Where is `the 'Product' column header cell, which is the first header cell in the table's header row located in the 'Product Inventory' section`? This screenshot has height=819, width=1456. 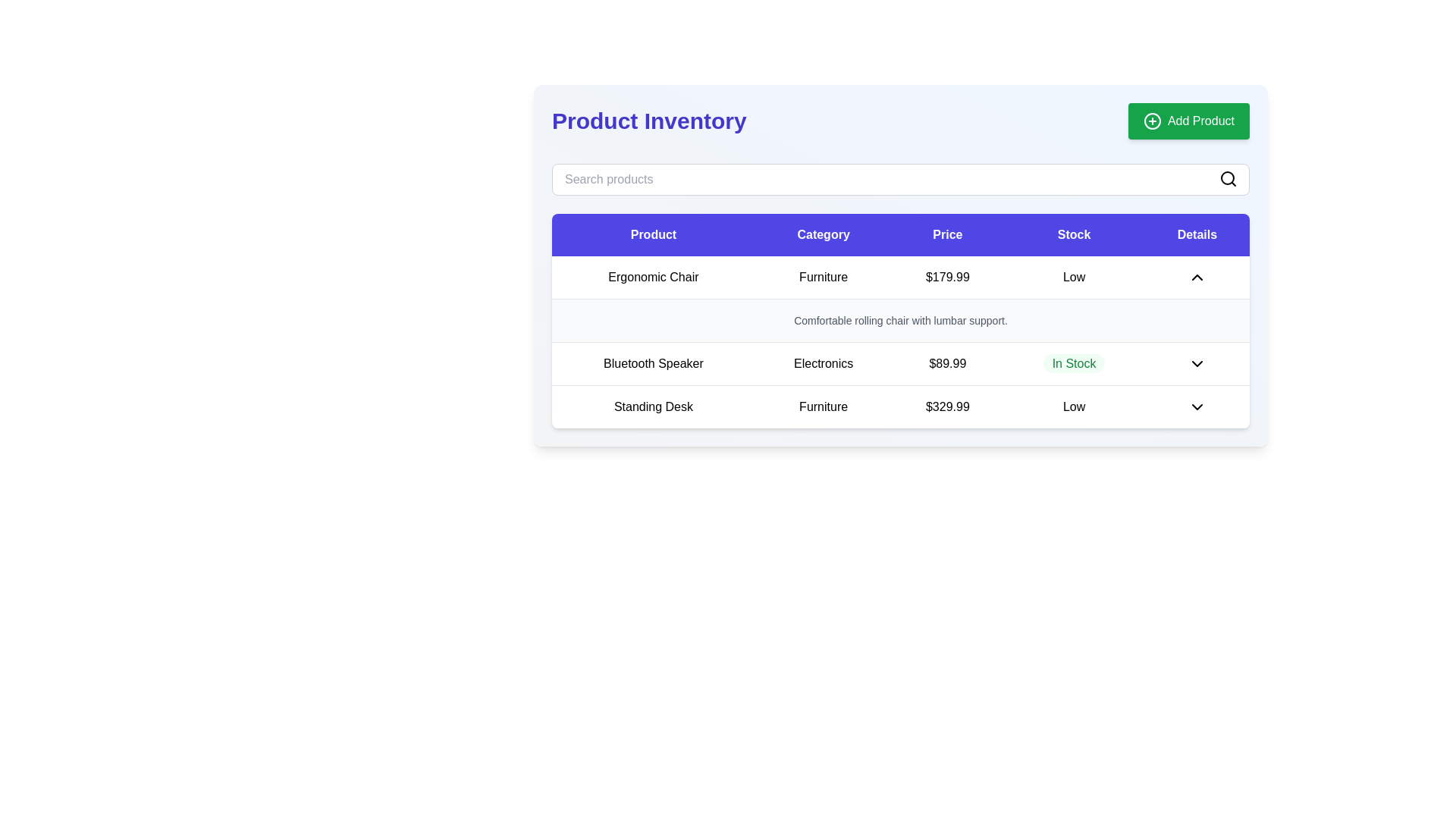
the 'Product' column header cell, which is the first header cell in the table's header row located in the 'Product Inventory' section is located at coordinates (653, 234).